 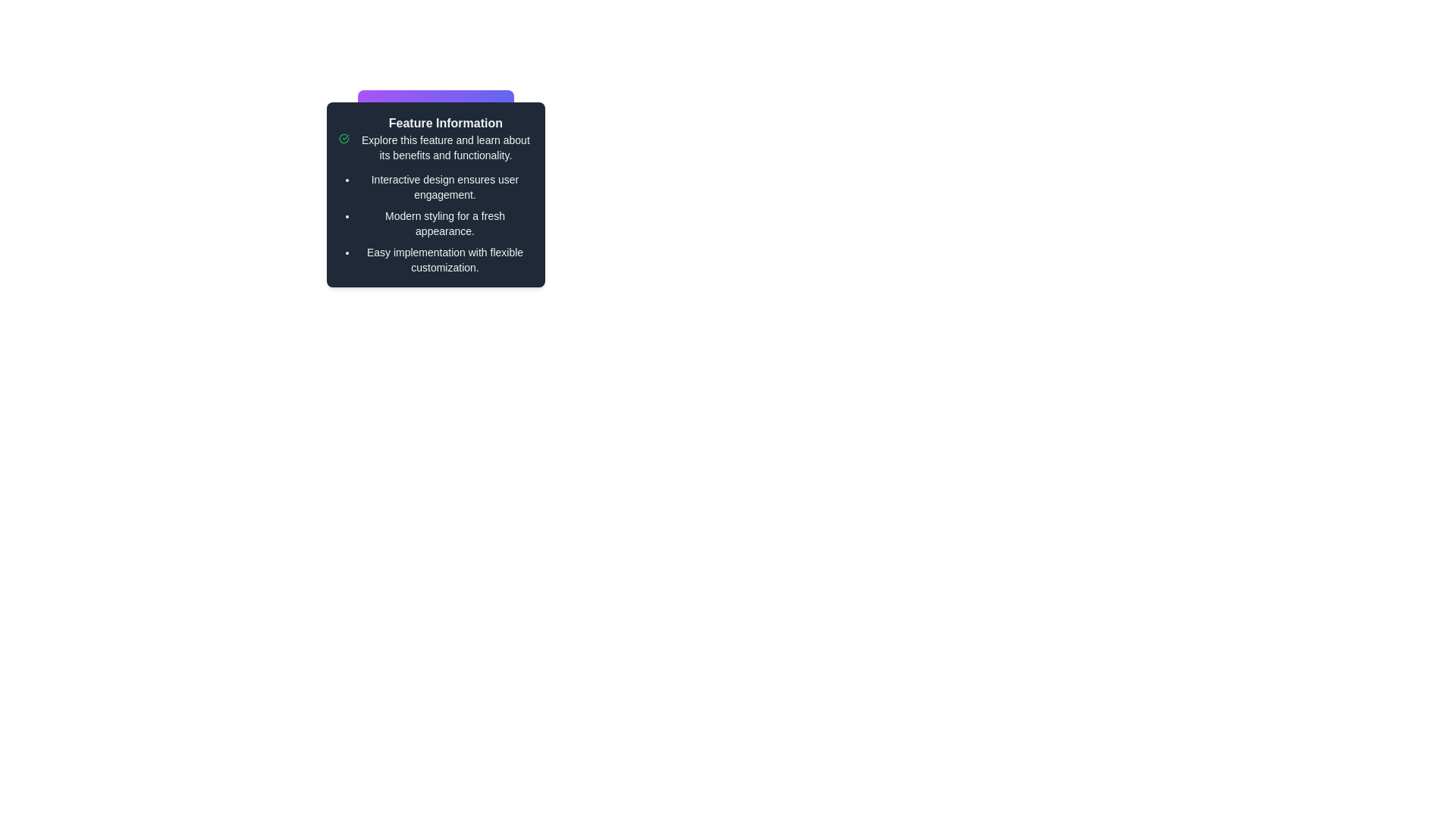 I want to click on text content of the stylized header or title that serves as a context anchor for the associated feature description, so click(x=435, y=110).